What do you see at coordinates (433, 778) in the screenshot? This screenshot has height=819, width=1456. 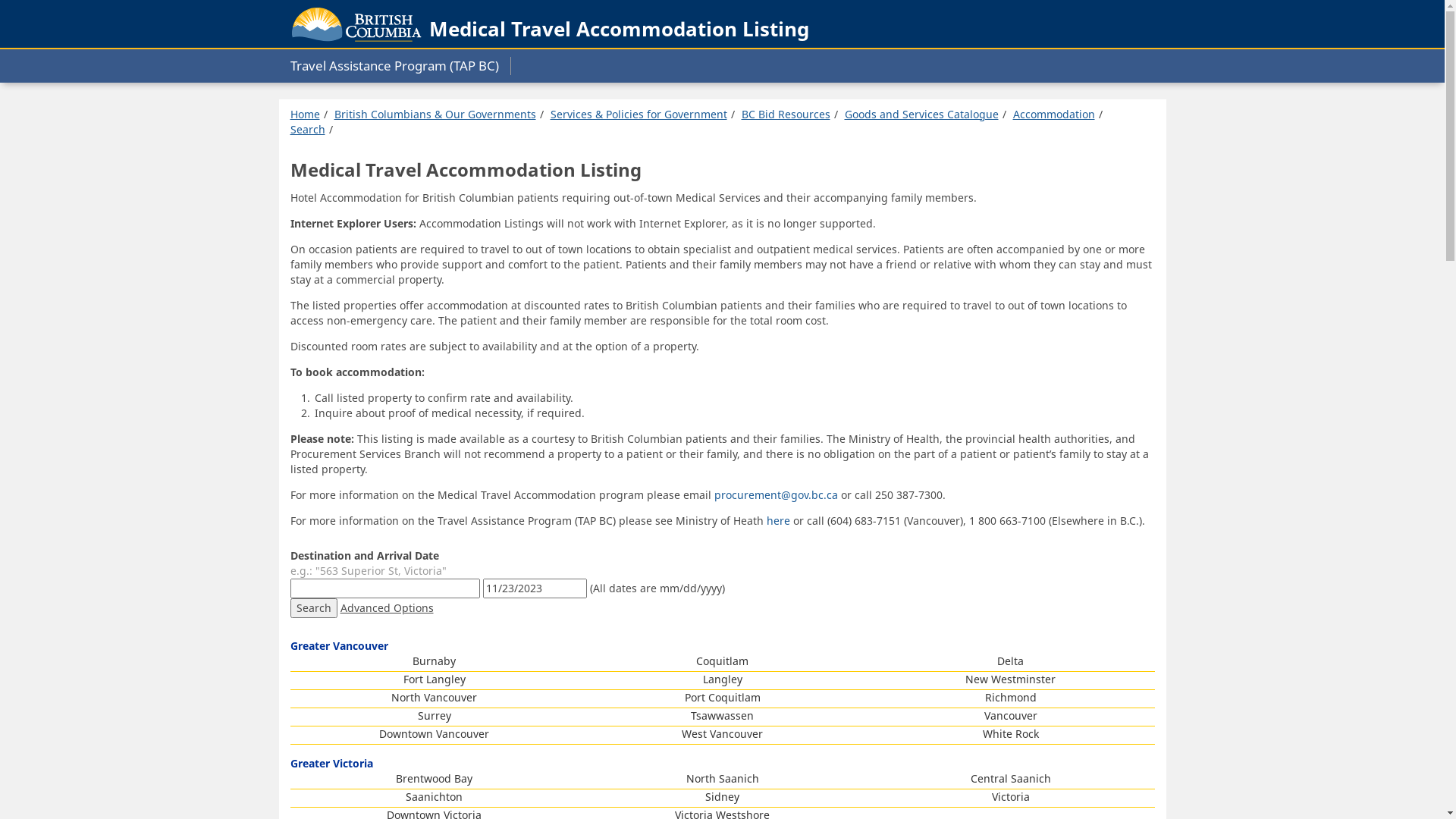 I see `'Brentwood Bay'` at bounding box center [433, 778].